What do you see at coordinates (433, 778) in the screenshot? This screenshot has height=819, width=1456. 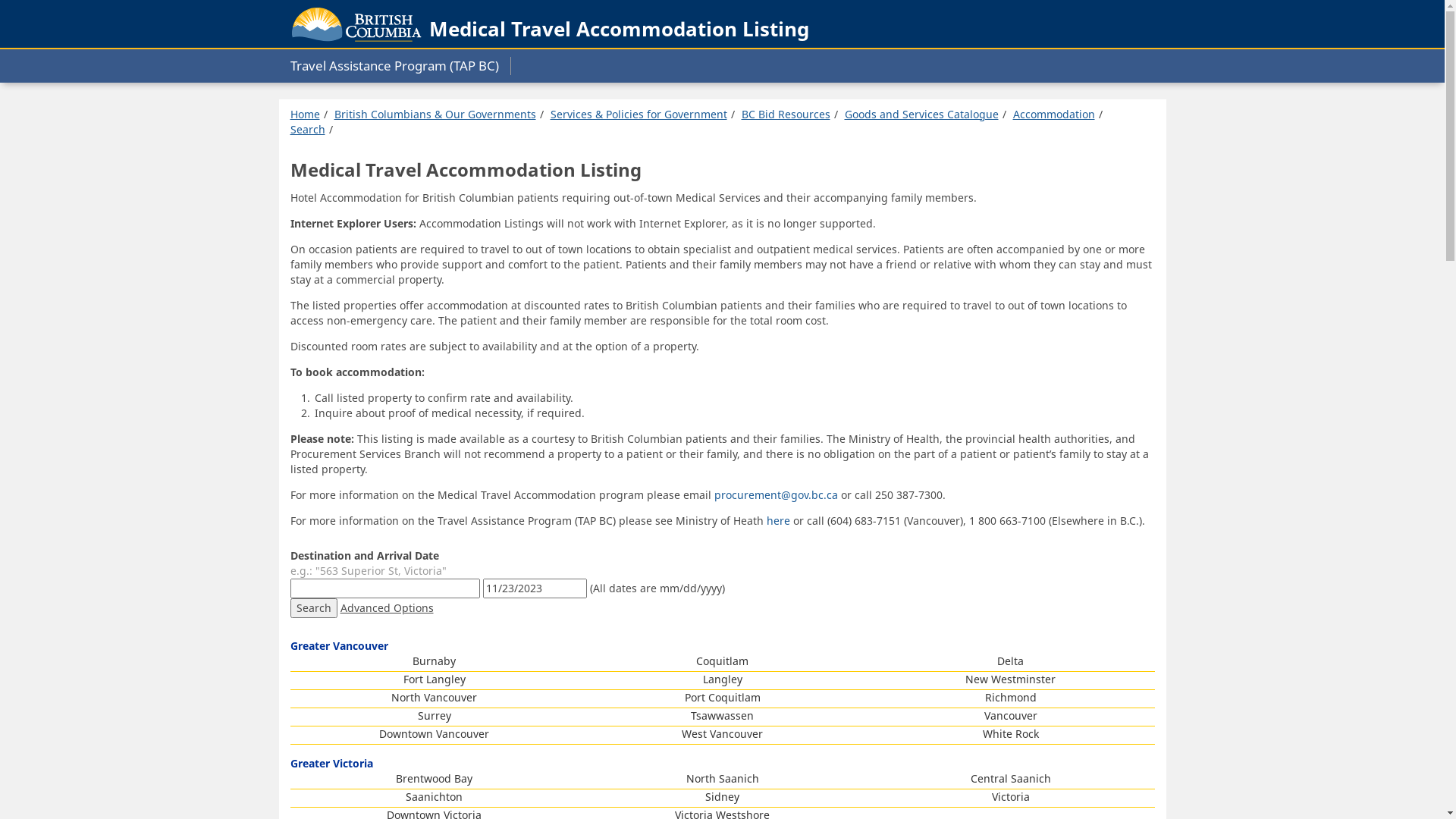 I see `'Brentwood Bay'` at bounding box center [433, 778].